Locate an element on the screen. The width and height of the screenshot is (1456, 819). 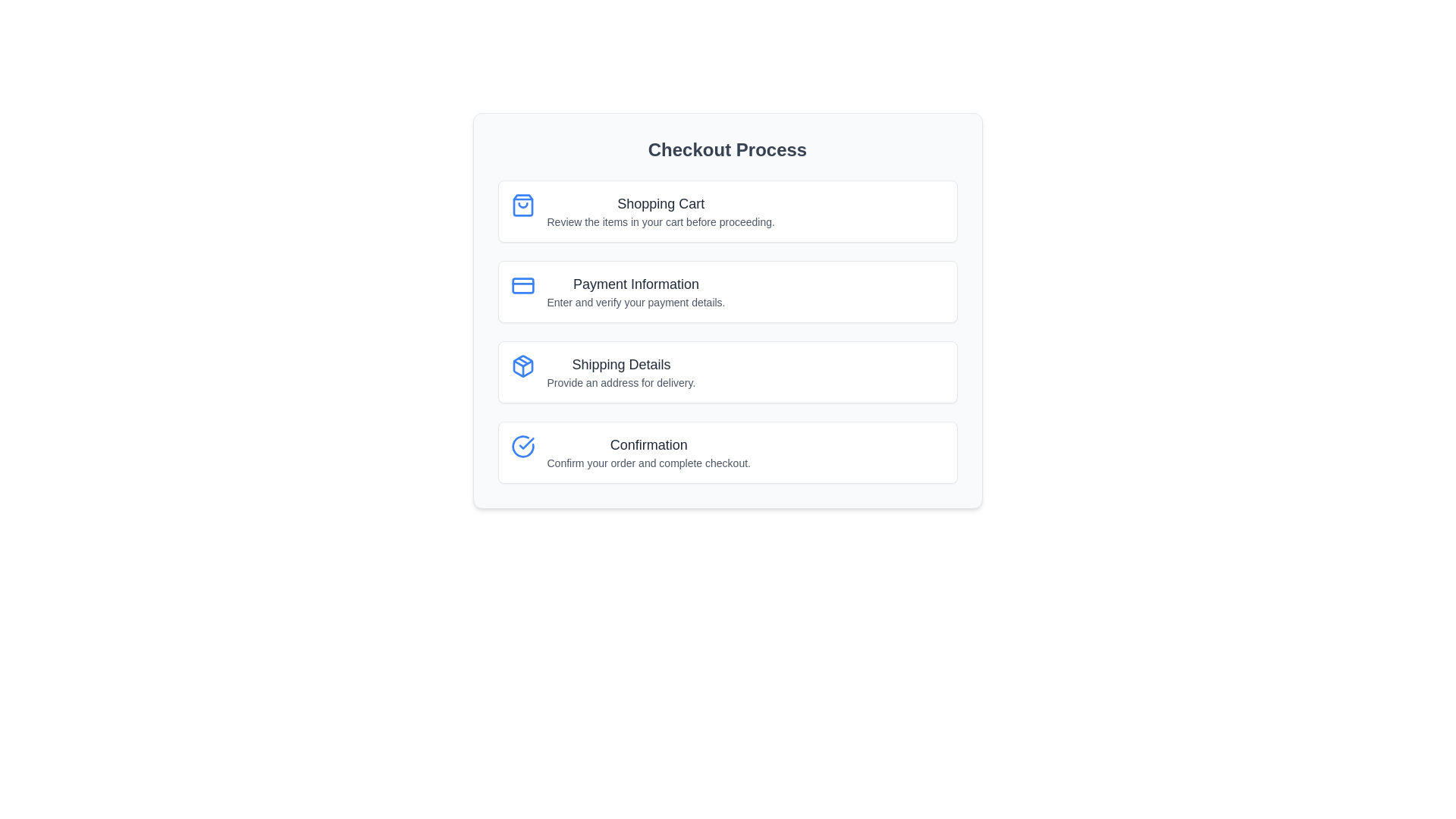
the static text label displaying the message 'Provide an address for delivery.' located below the 'Shipping Details' title in the checkout process is located at coordinates (621, 382).